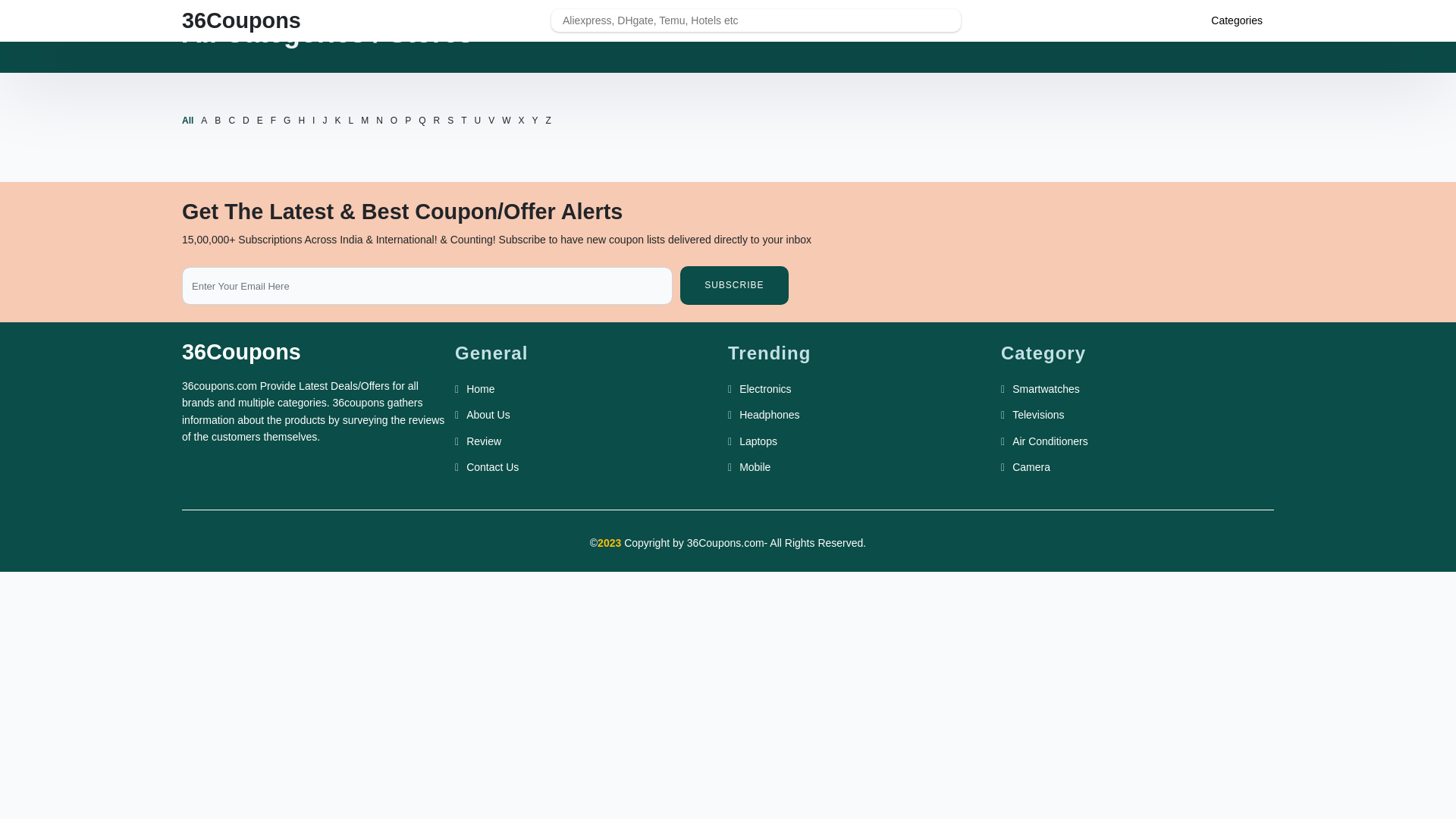 The image size is (1456, 819). I want to click on 'Smartwatches', so click(1045, 388).